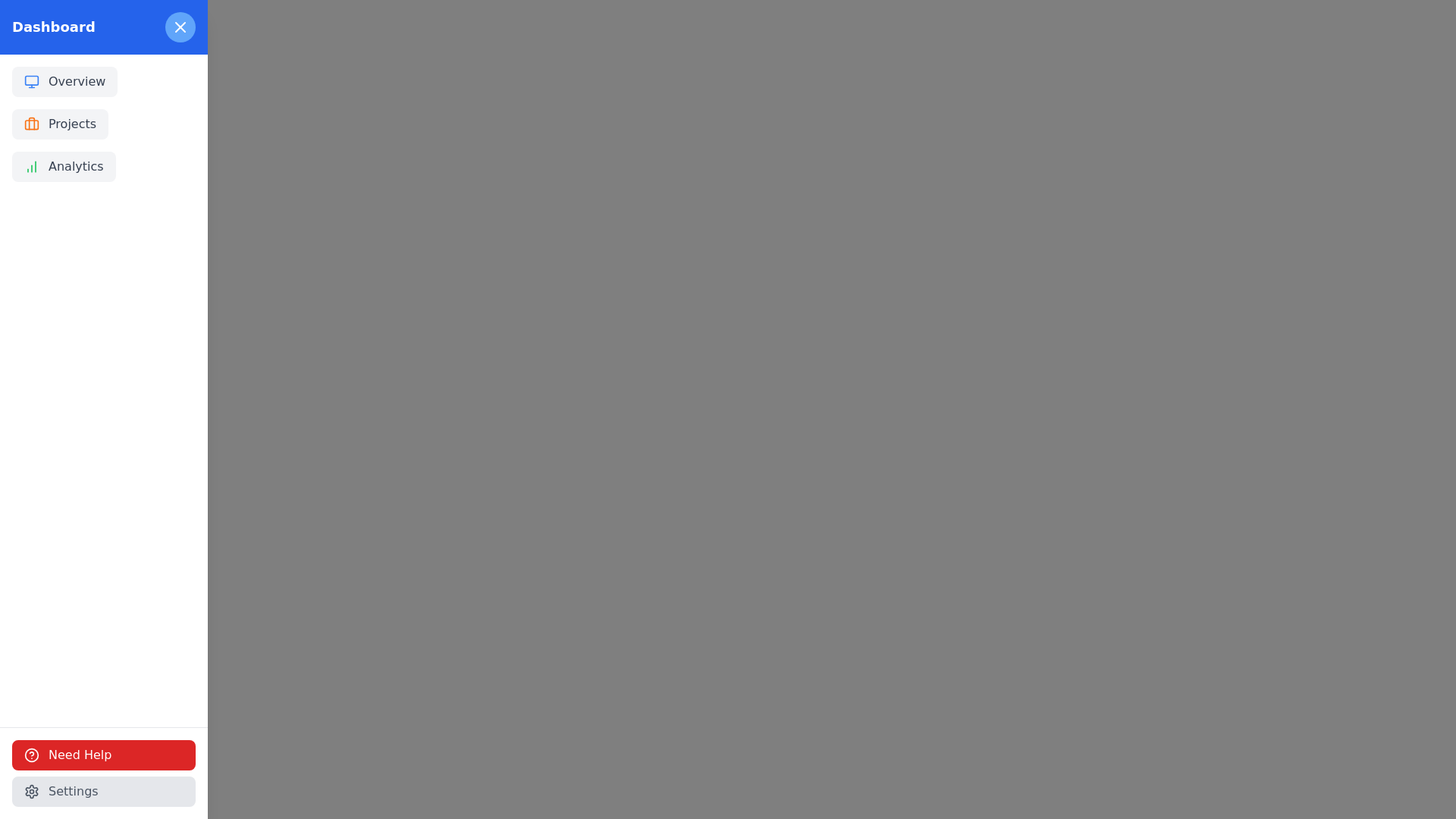 The width and height of the screenshot is (1456, 819). What do you see at coordinates (64, 82) in the screenshot?
I see `the first button in the vertical navigation menu on the left side of the interface` at bounding box center [64, 82].